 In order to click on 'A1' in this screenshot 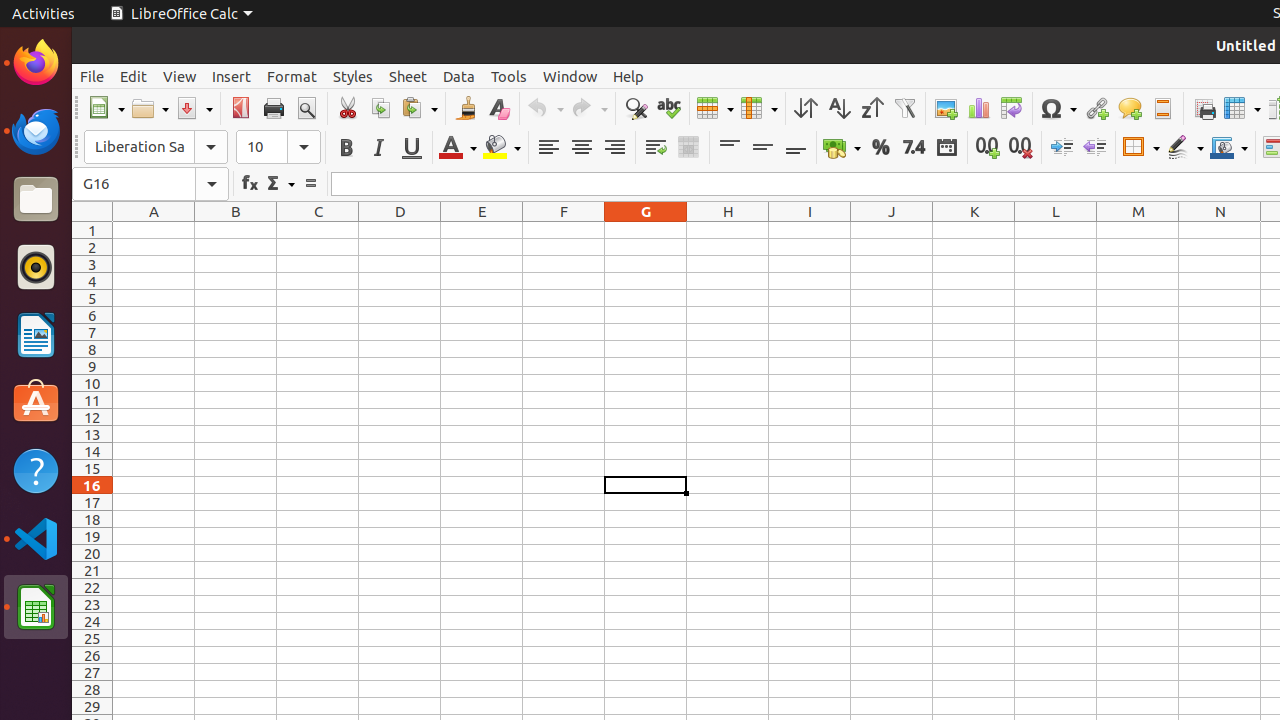, I will do `click(152, 229)`.